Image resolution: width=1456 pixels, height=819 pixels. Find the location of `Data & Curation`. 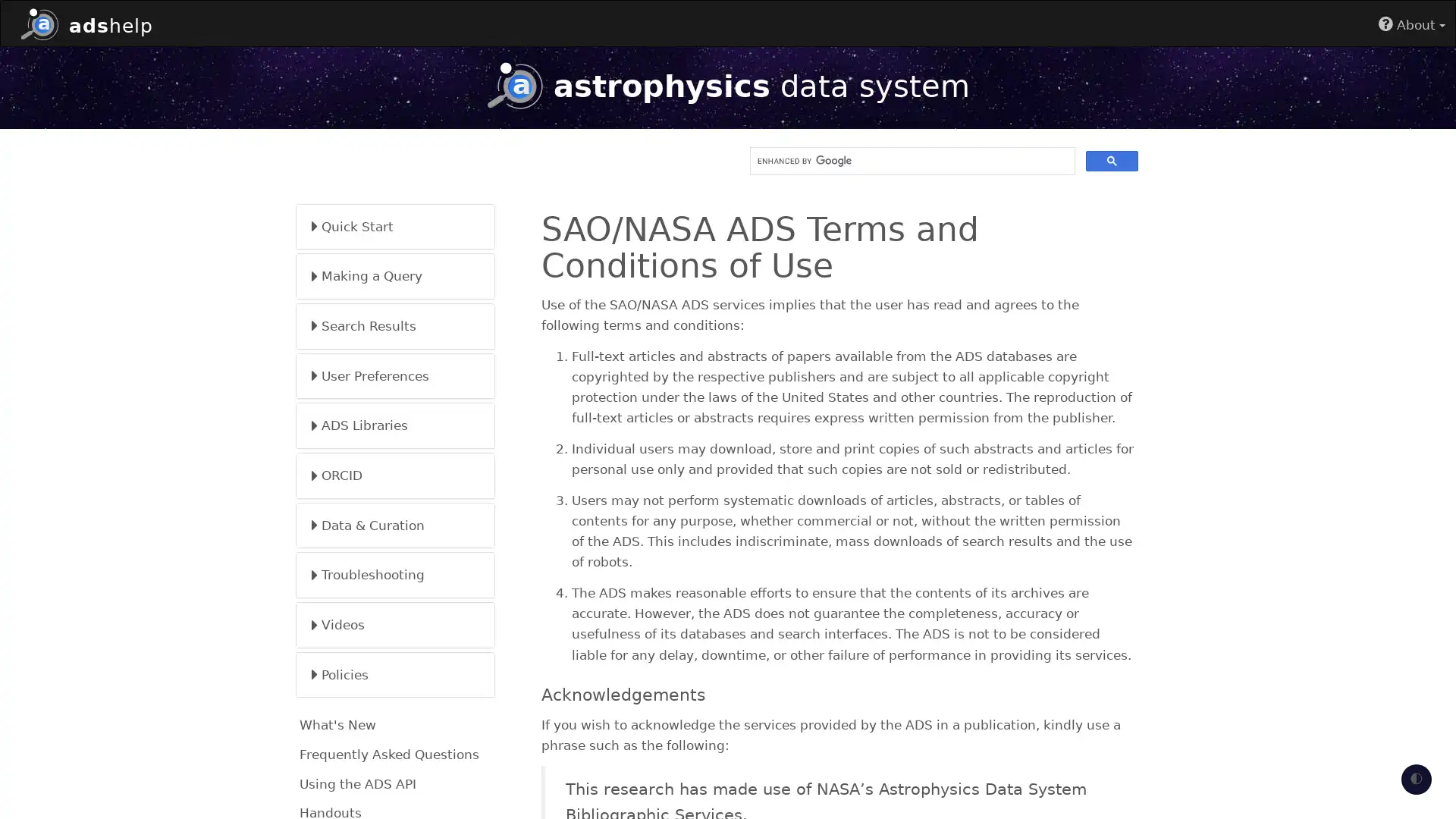

Data & Curation is located at coordinates (395, 524).